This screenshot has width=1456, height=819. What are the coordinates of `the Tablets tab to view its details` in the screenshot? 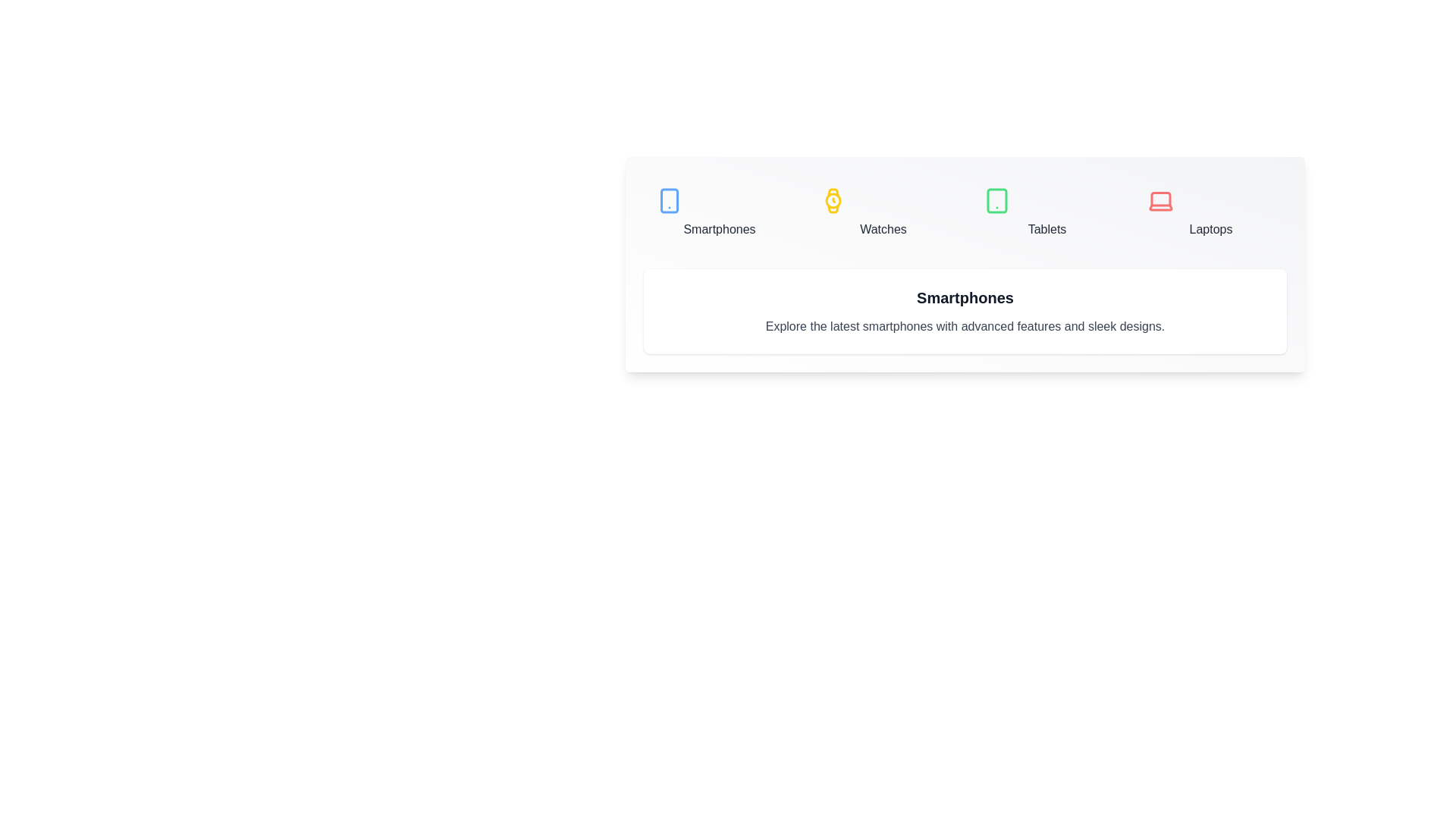 It's located at (1046, 213).